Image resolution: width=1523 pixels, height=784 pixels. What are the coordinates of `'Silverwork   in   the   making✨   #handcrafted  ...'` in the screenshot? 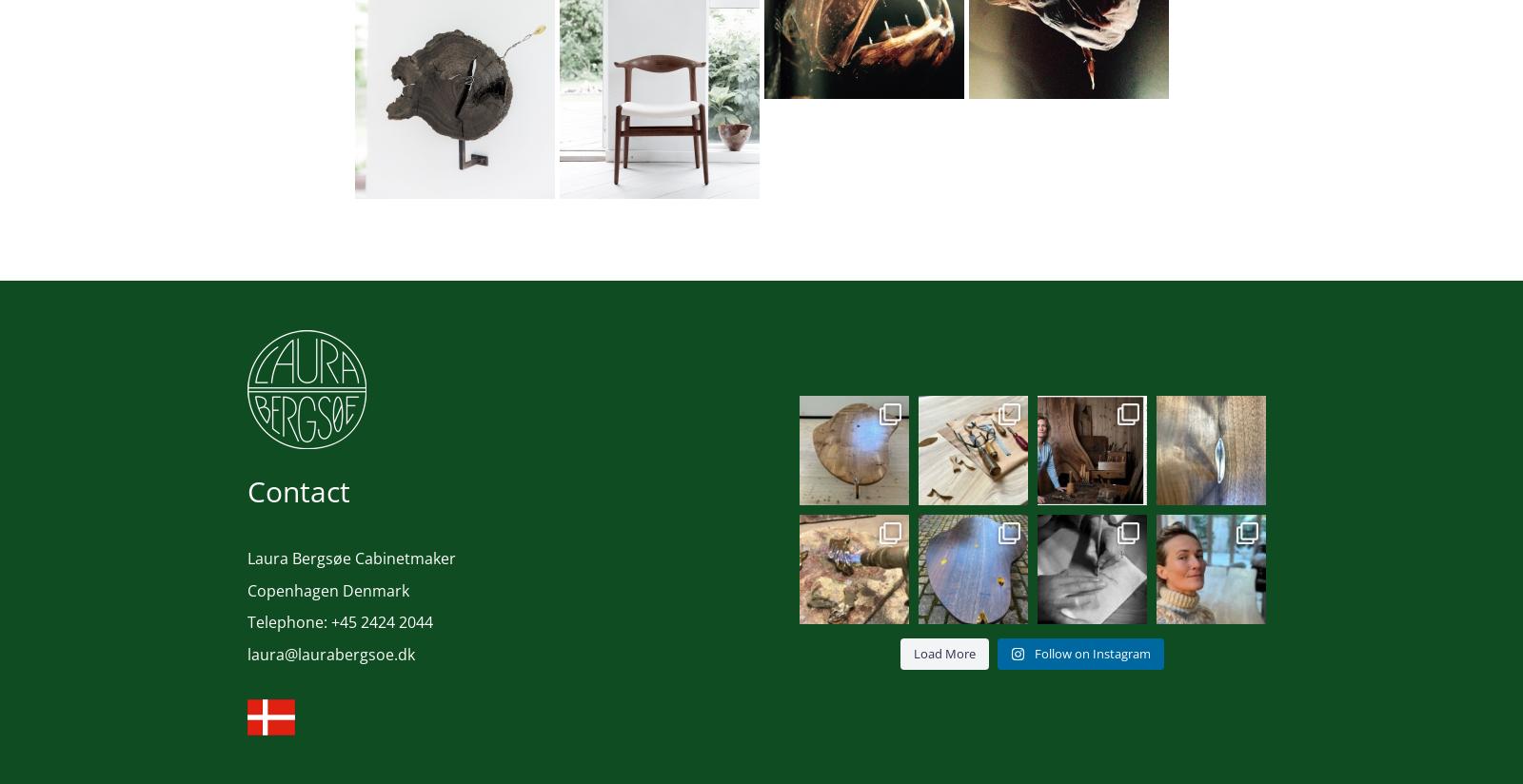 It's located at (1091, 539).